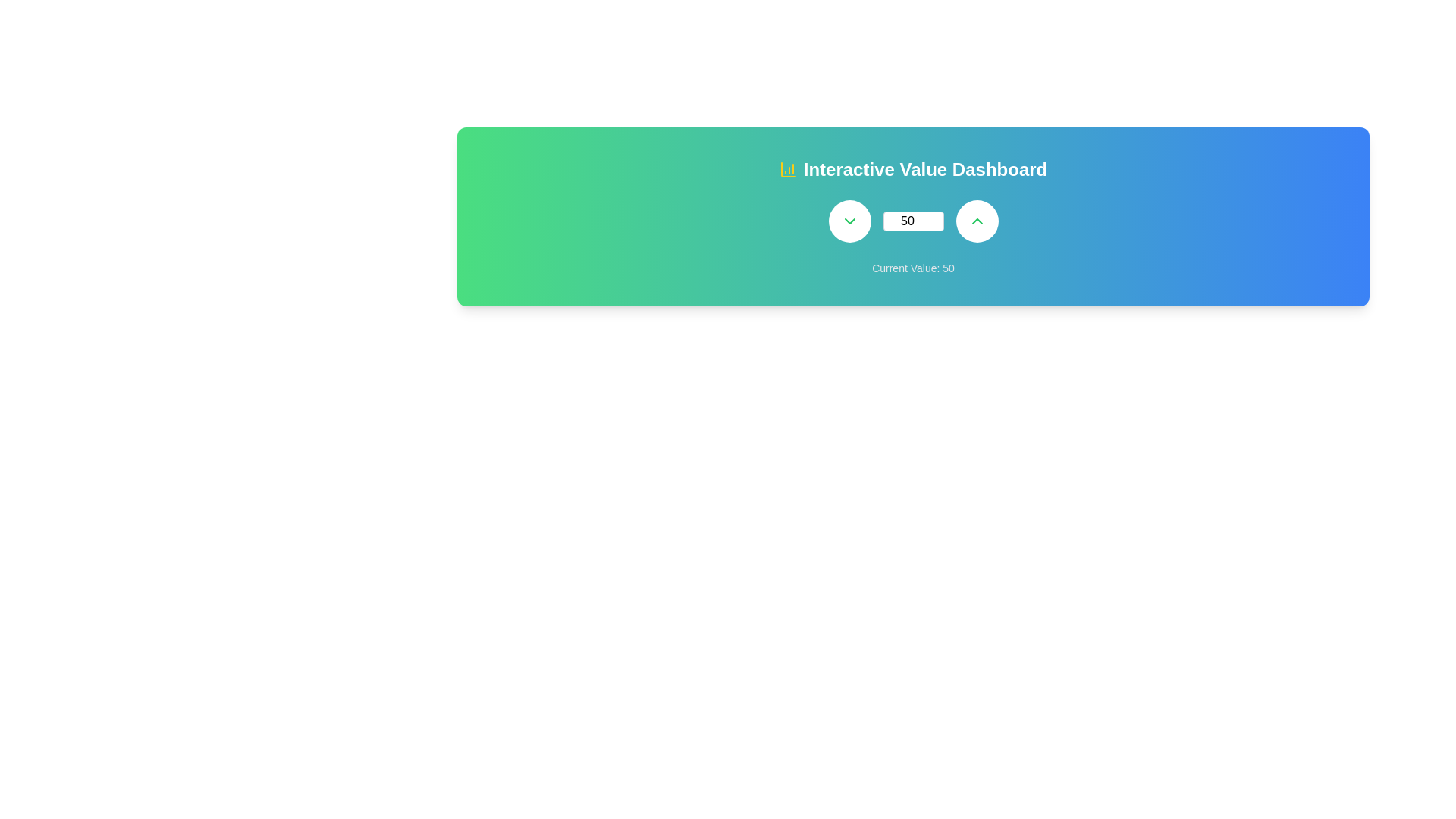 The height and width of the screenshot is (819, 1456). What do you see at coordinates (977, 221) in the screenshot?
I see `the button located at the far right side of the section, next to a numerical input field` at bounding box center [977, 221].